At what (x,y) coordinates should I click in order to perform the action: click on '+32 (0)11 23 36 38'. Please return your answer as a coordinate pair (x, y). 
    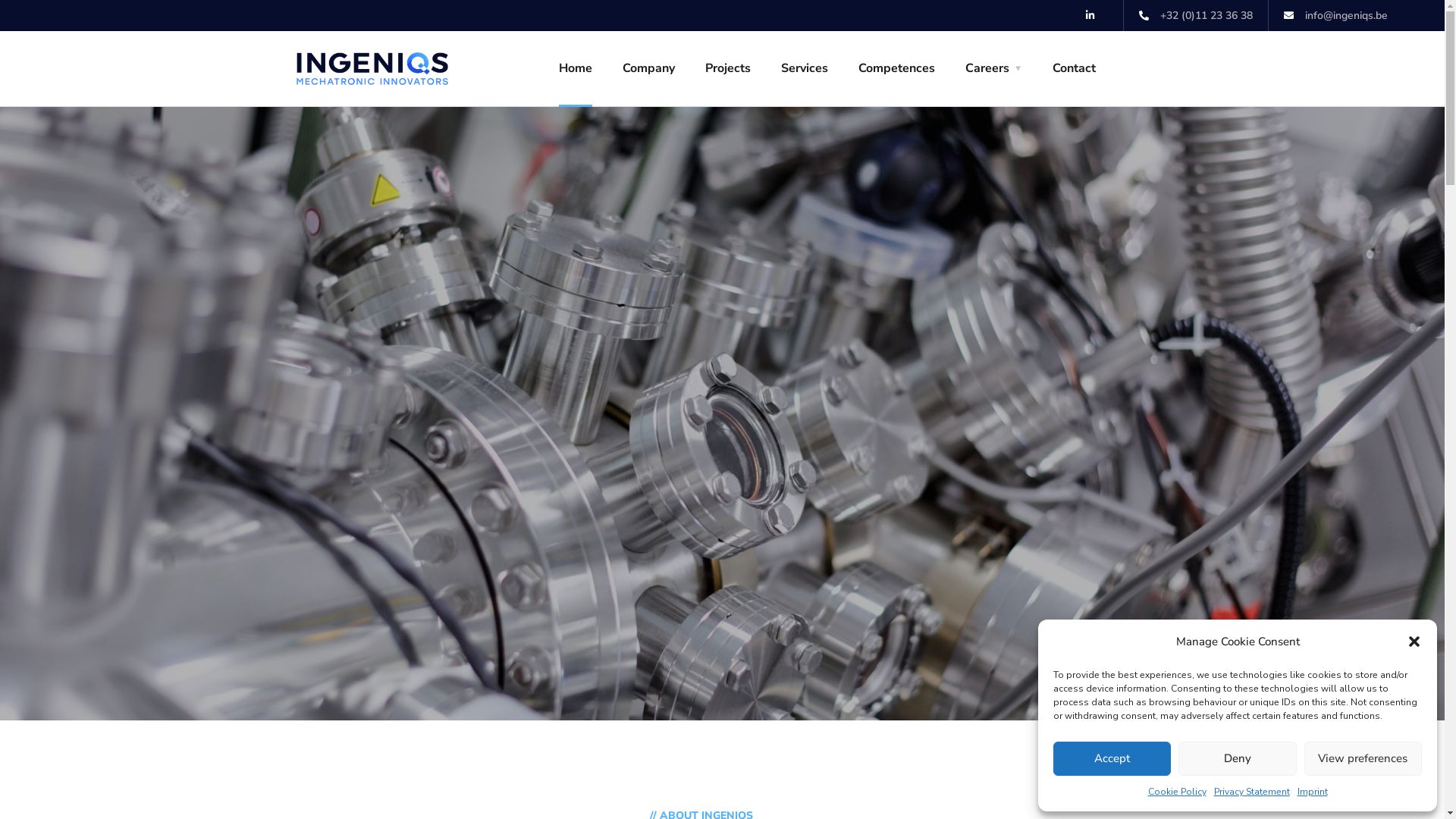
    Looking at the image, I should click on (1195, 15).